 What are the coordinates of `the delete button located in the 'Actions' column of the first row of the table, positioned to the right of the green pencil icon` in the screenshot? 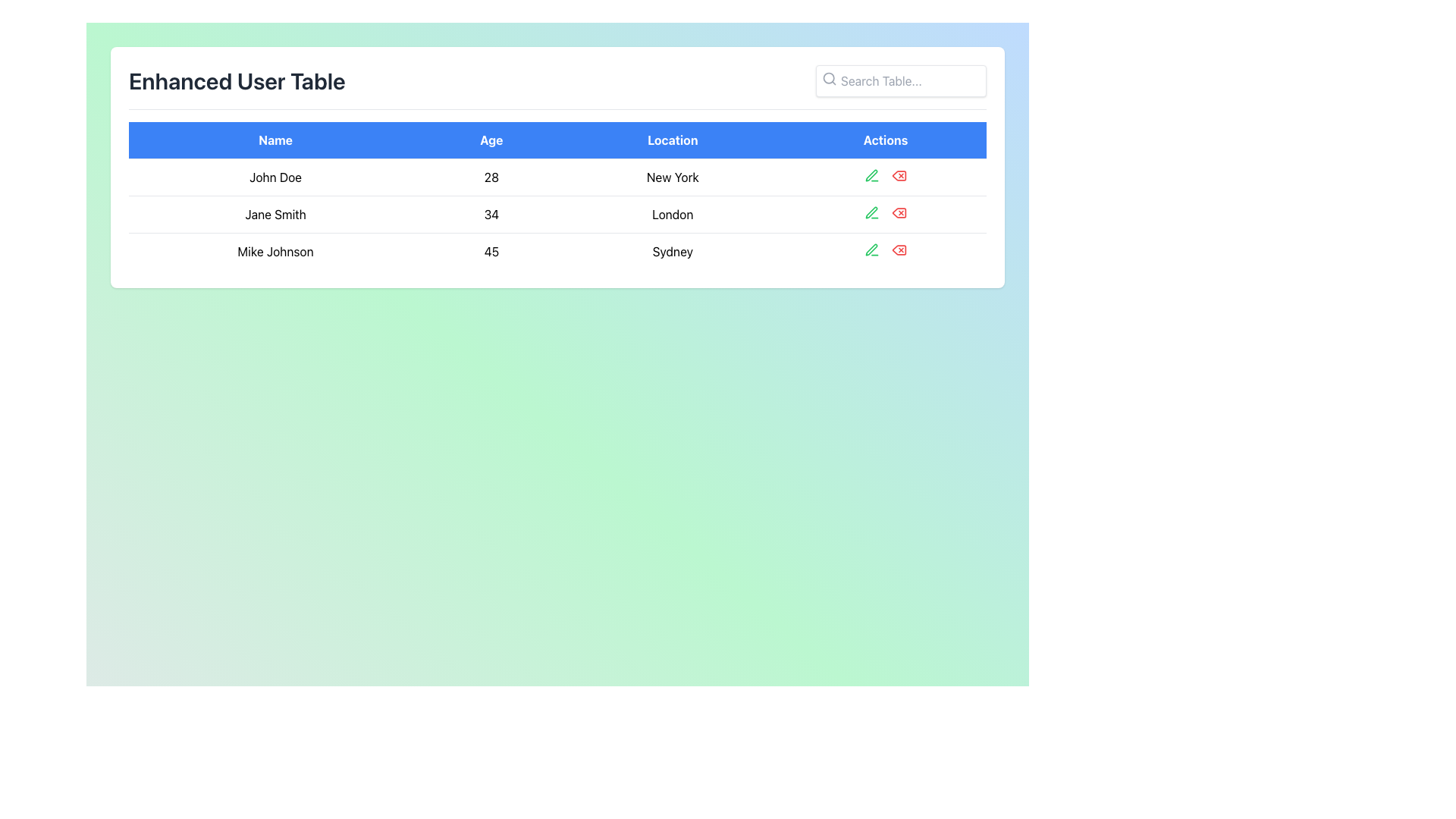 It's located at (899, 174).